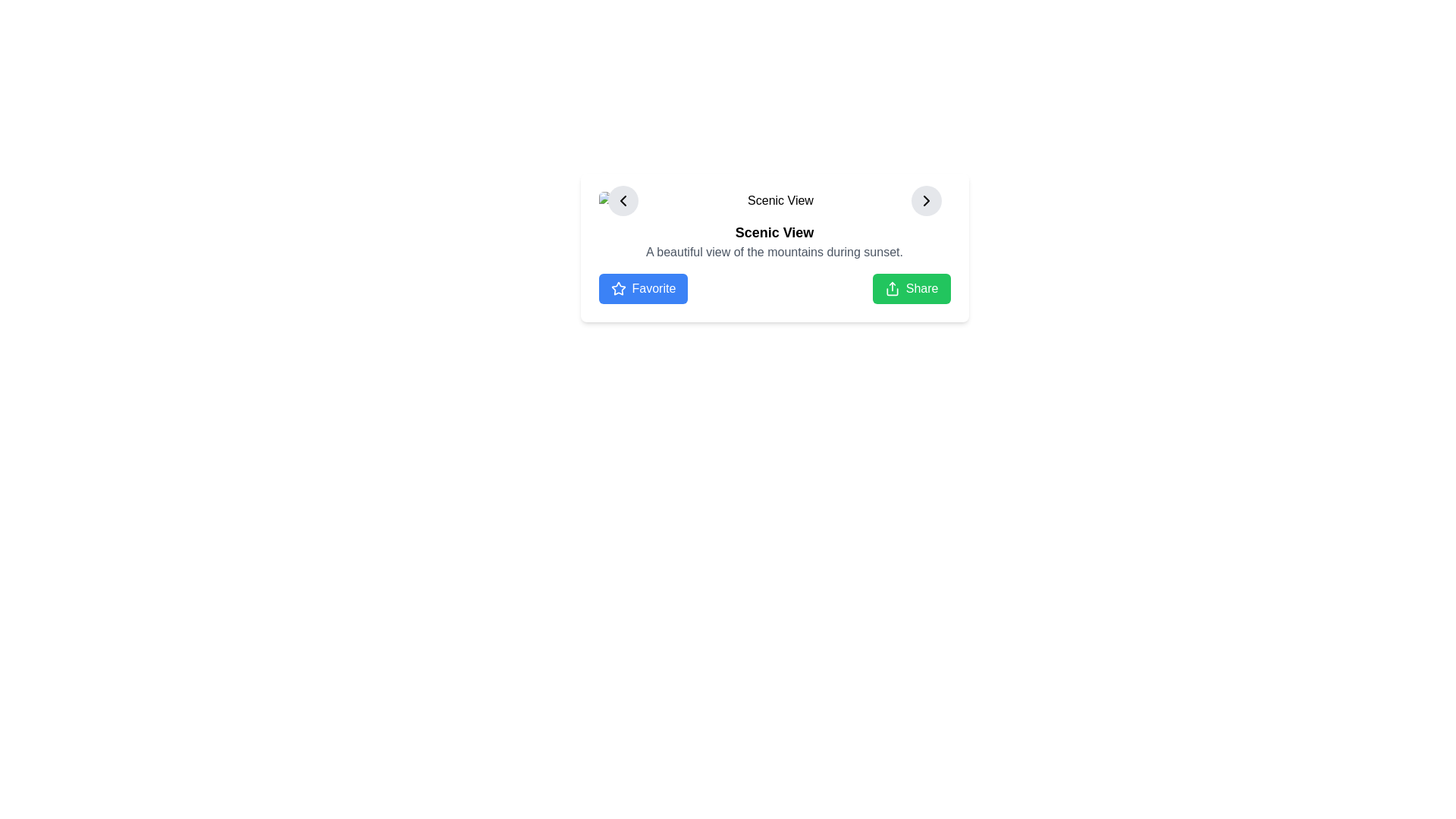 This screenshot has height=819, width=1456. What do you see at coordinates (618, 289) in the screenshot?
I see `the 'Favorite' icon, which resembles a star and is located to the left of the button's text label` at bounding box center [618, 289].